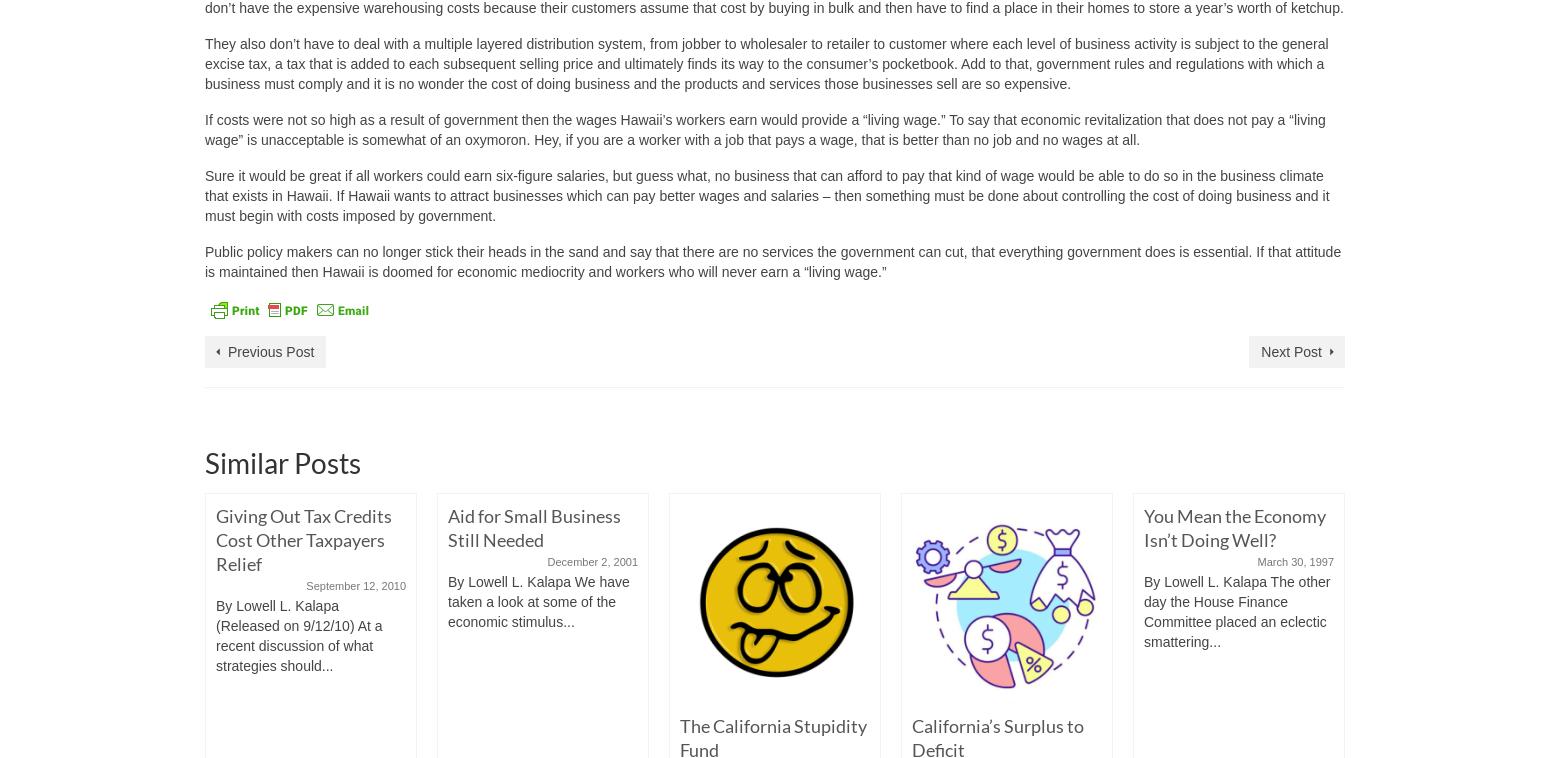 This screenshot has width=1550, height=758. I want to click on 'Giving Out Tax Credits Cost Other Taxpayers Relief', so click(303, 538).